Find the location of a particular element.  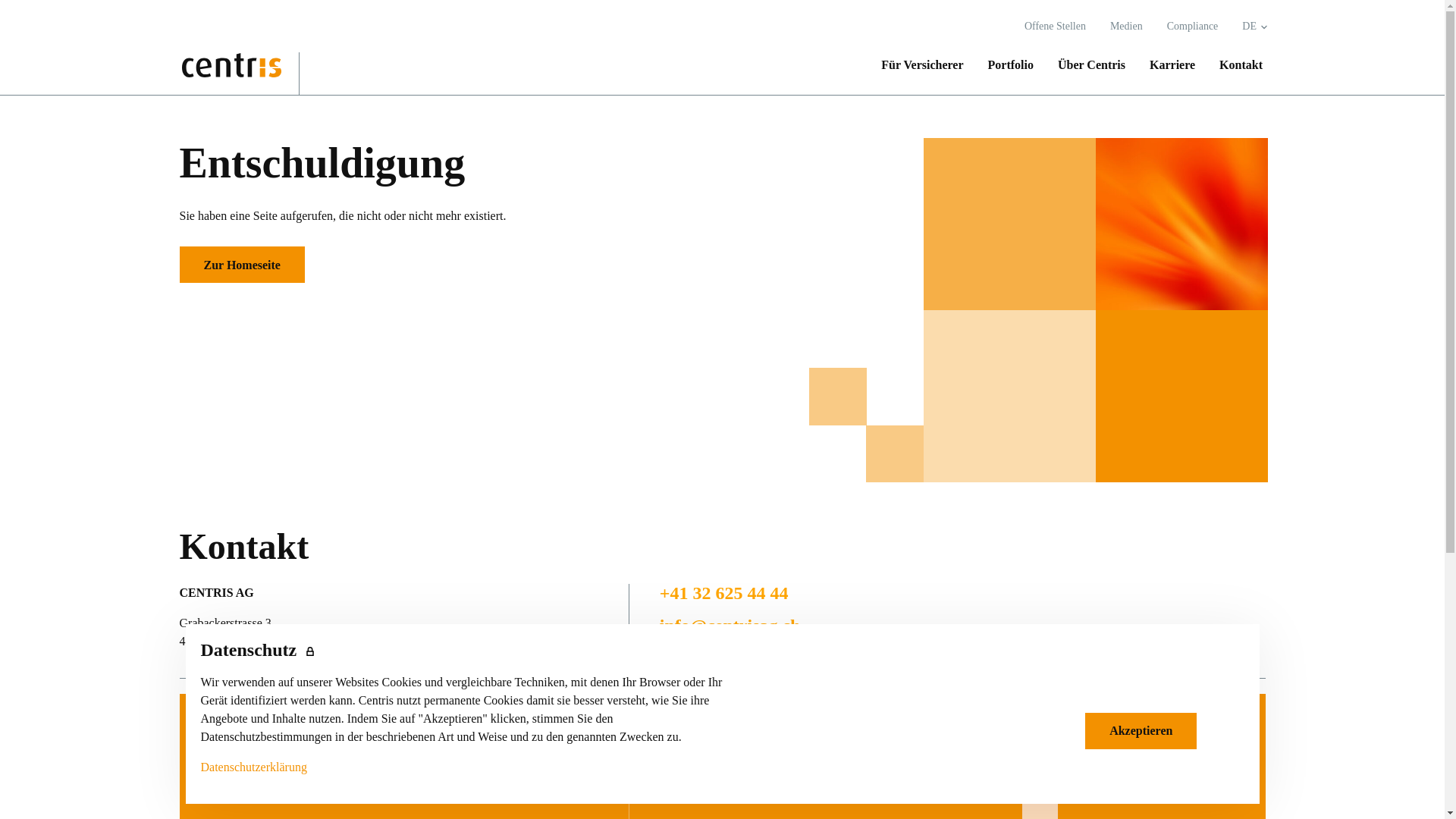

'Offene Stellen' is located at coordinates (1054, 26).